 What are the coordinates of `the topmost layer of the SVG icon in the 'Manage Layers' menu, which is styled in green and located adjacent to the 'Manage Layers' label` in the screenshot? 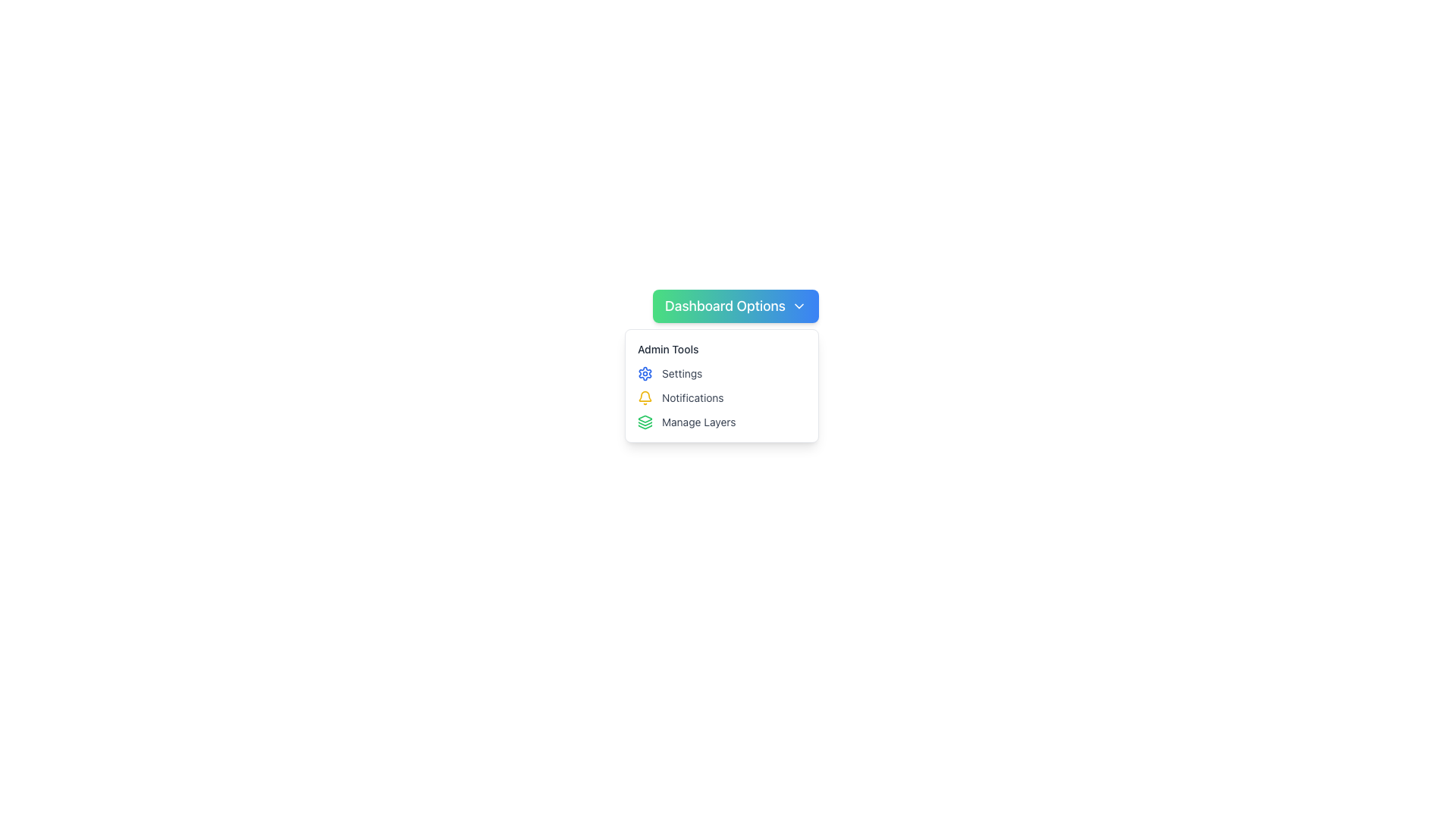 It's located at (645, 419).